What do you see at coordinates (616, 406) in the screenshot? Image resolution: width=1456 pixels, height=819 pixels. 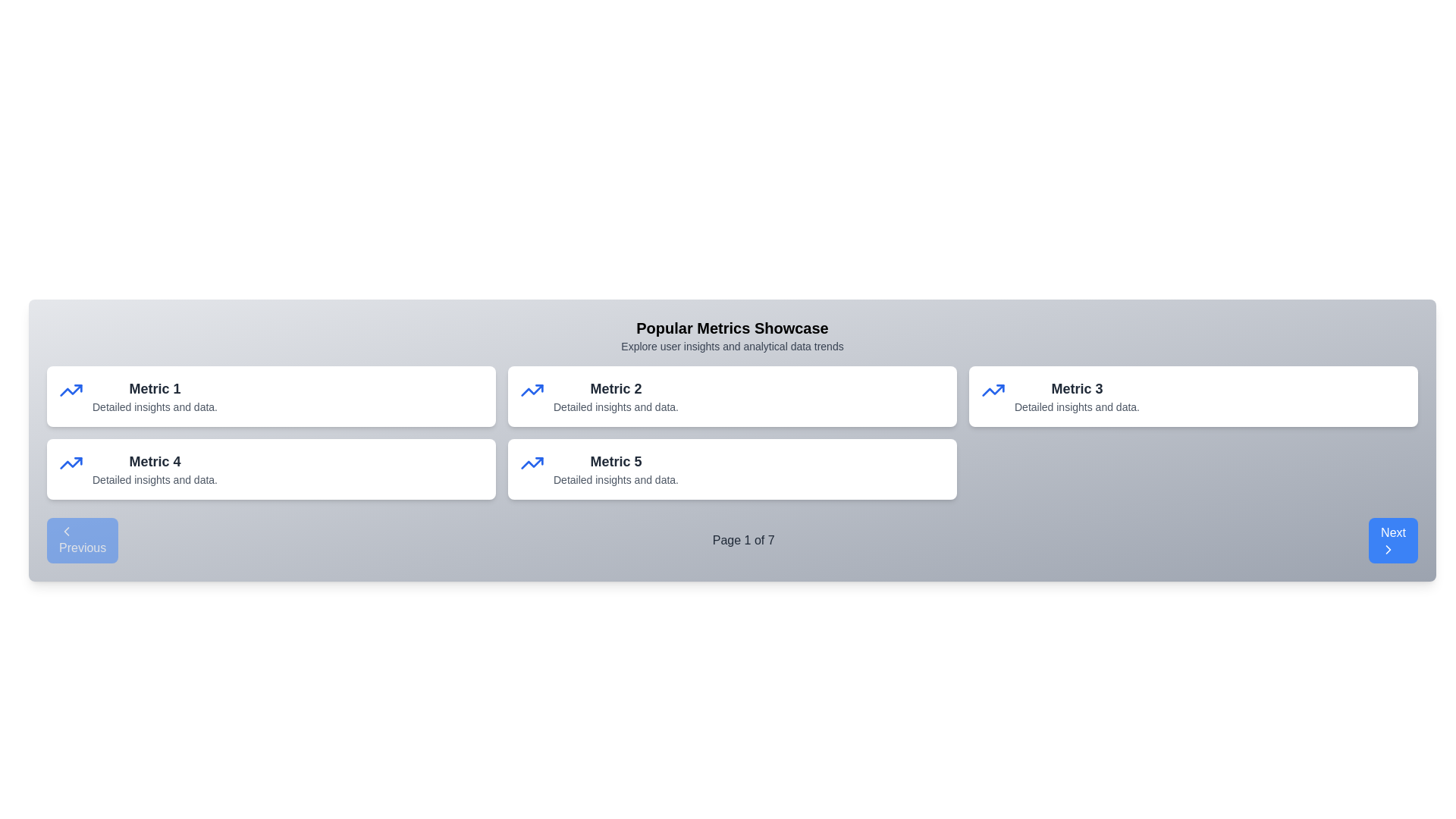 I see `descriptive text label located below the title of the 'Metric 2' card in the second column of the top row of cards` at bounding box center [616, 406].